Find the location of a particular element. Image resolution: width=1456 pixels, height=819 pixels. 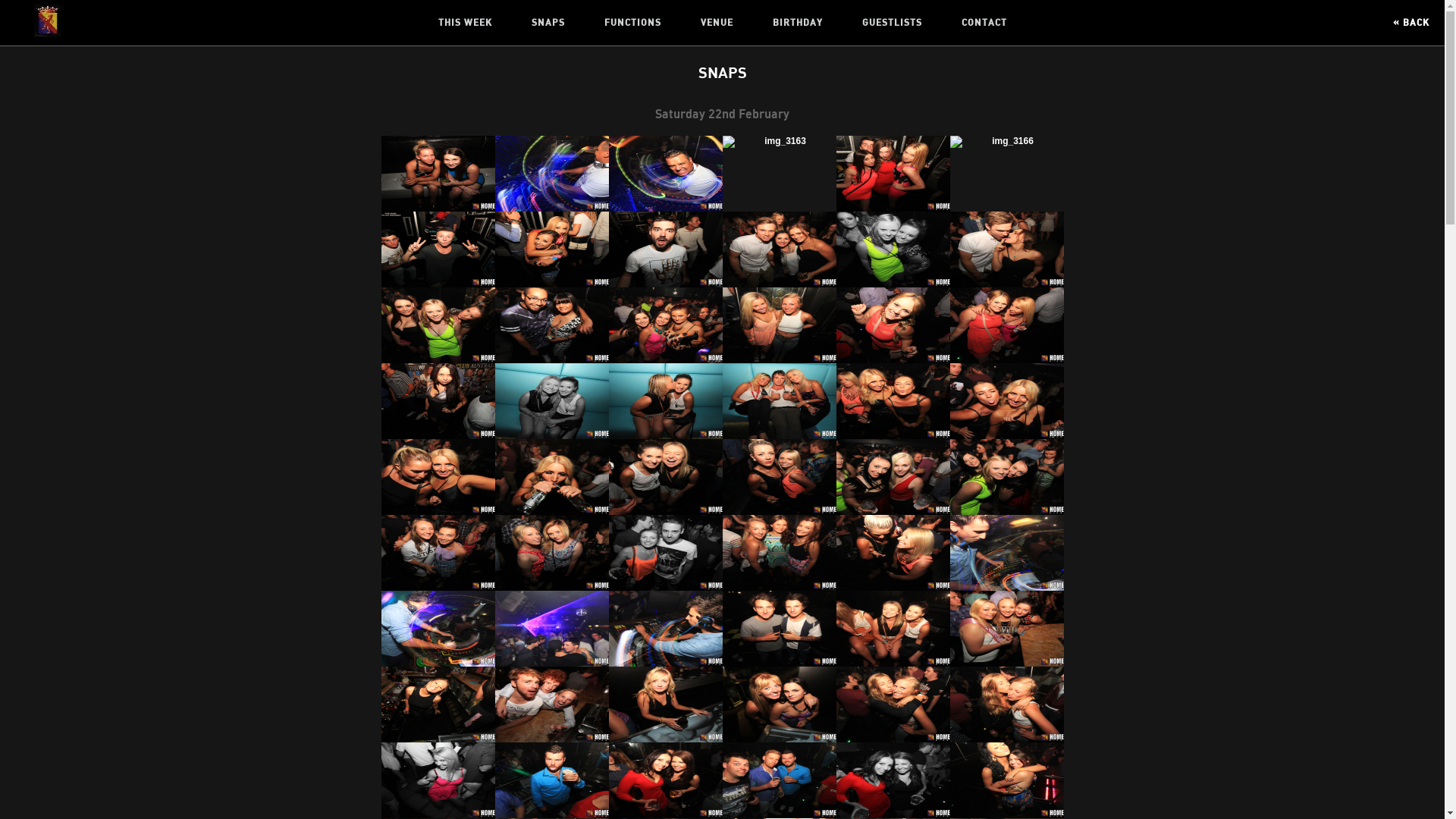

' ' is located at coordinates (381, 629).